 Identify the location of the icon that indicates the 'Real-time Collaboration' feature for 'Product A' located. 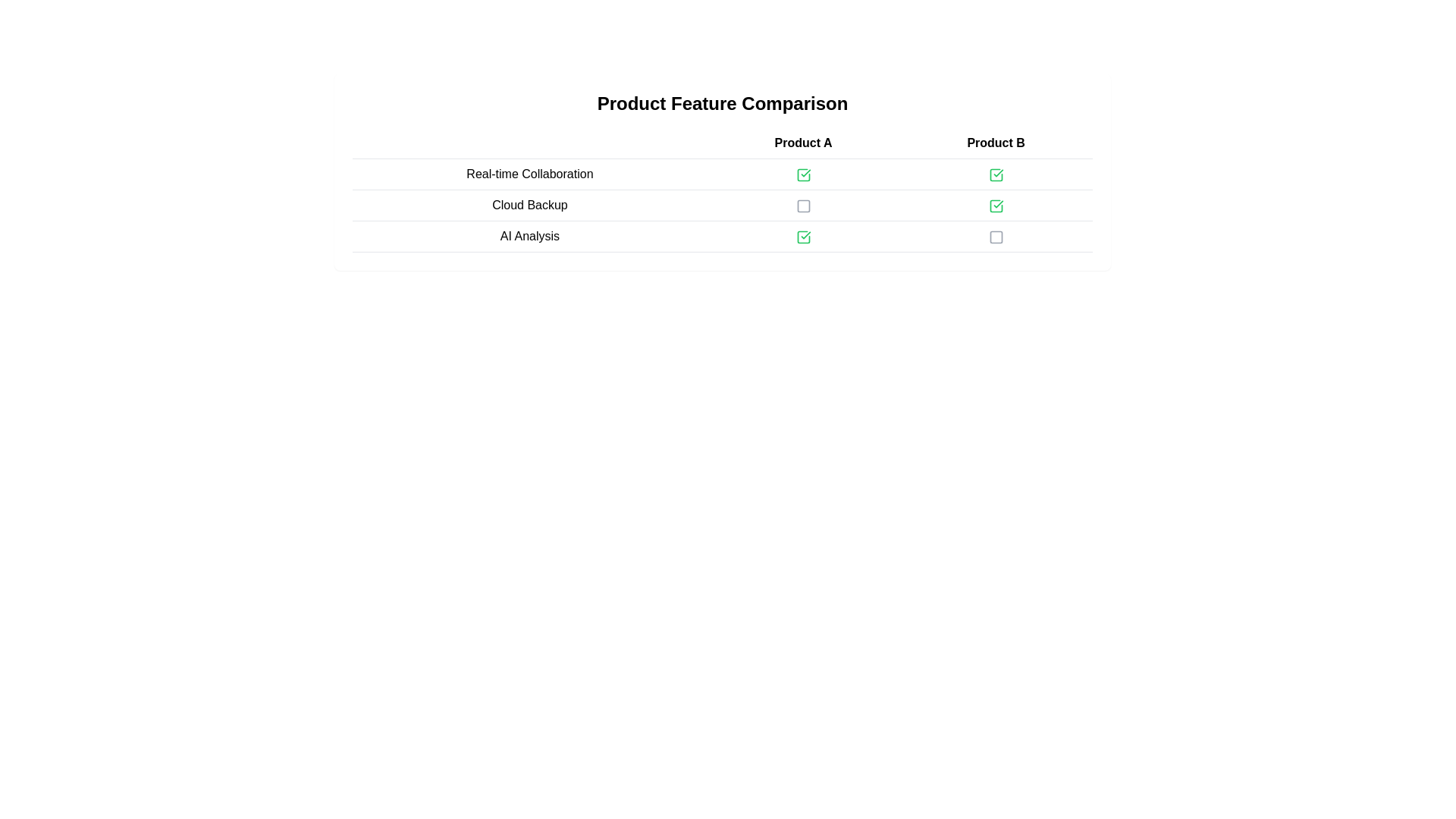
(802, 174).